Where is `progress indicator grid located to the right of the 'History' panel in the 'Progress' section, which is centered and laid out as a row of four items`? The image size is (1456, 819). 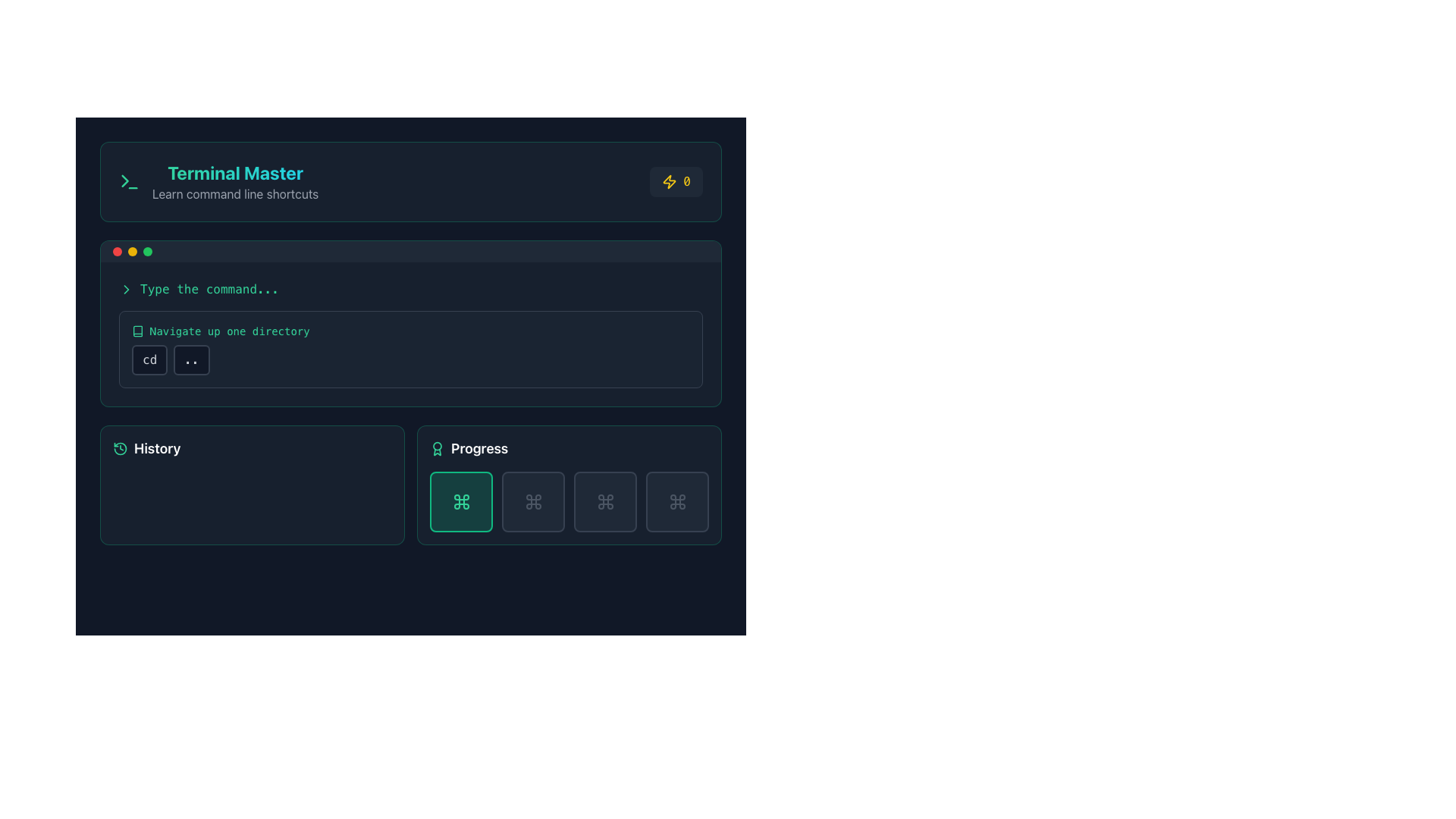 progress indicator grid located to the right of the 'History' panel in the 'Progress' section, which is centered and laid out as a row of four items is located at coordinates (568, 502).